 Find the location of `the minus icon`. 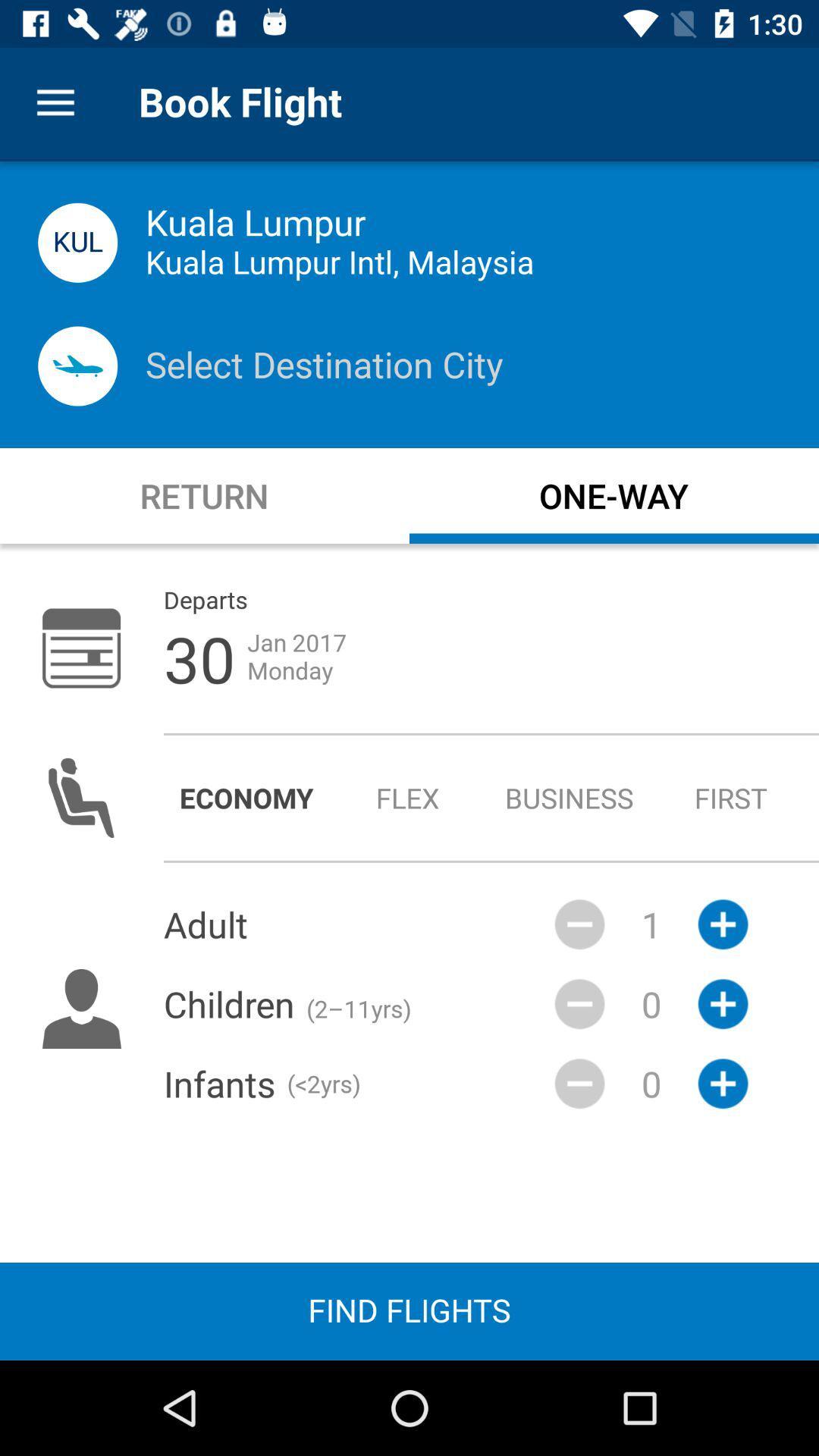

the minus icon is located at coordinates (579, 1004).